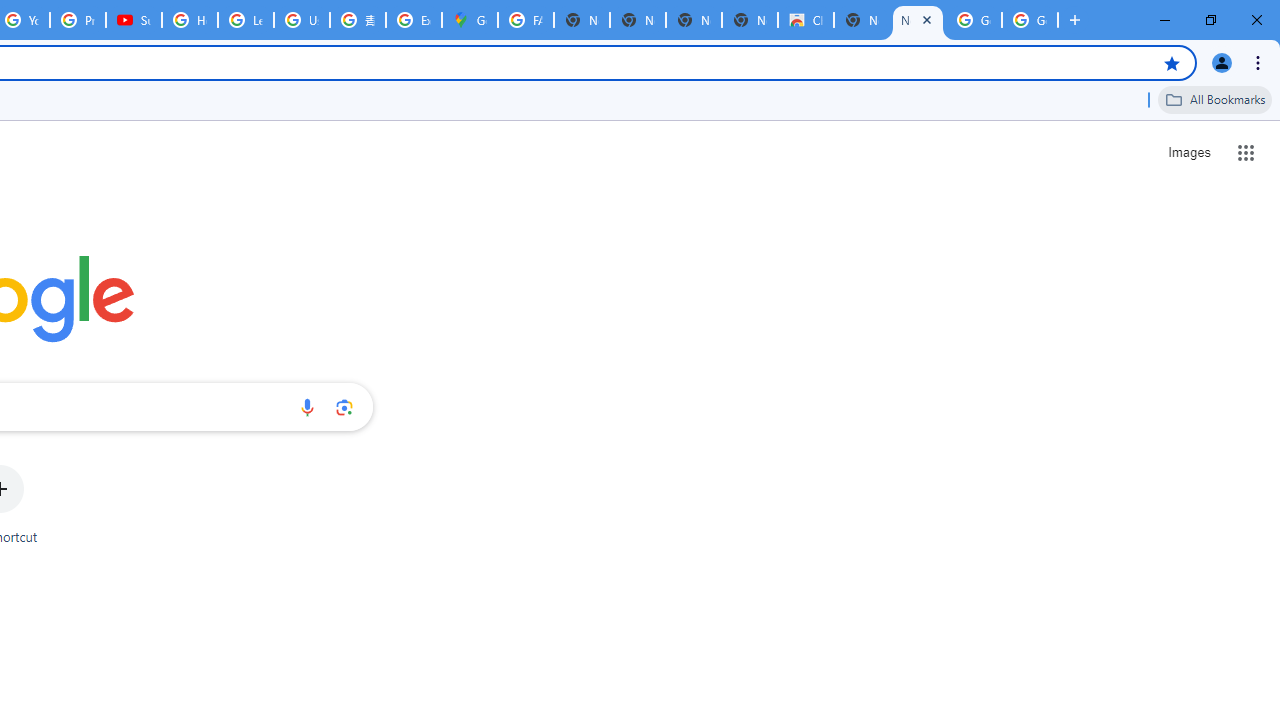  I want to click on 'Google Maps', so click(468, 20).